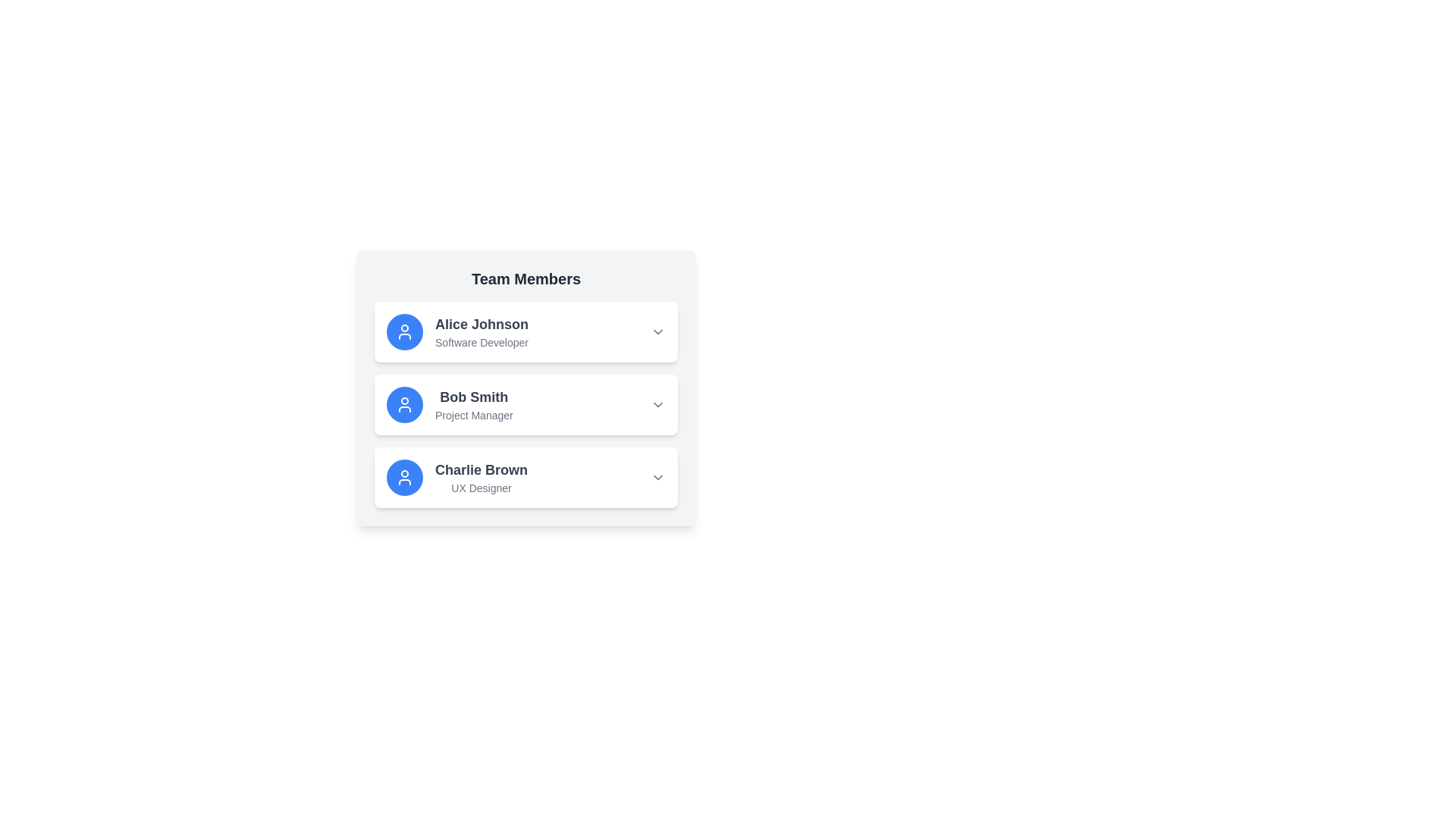 Image resolution: width=1456 pixels, height=819 pixels. Describe the element at coordinates (658, 476) in the screenshot. I see `the chevron icon located next to 'Charlie Brown' and 'UX Designer'` at that location.